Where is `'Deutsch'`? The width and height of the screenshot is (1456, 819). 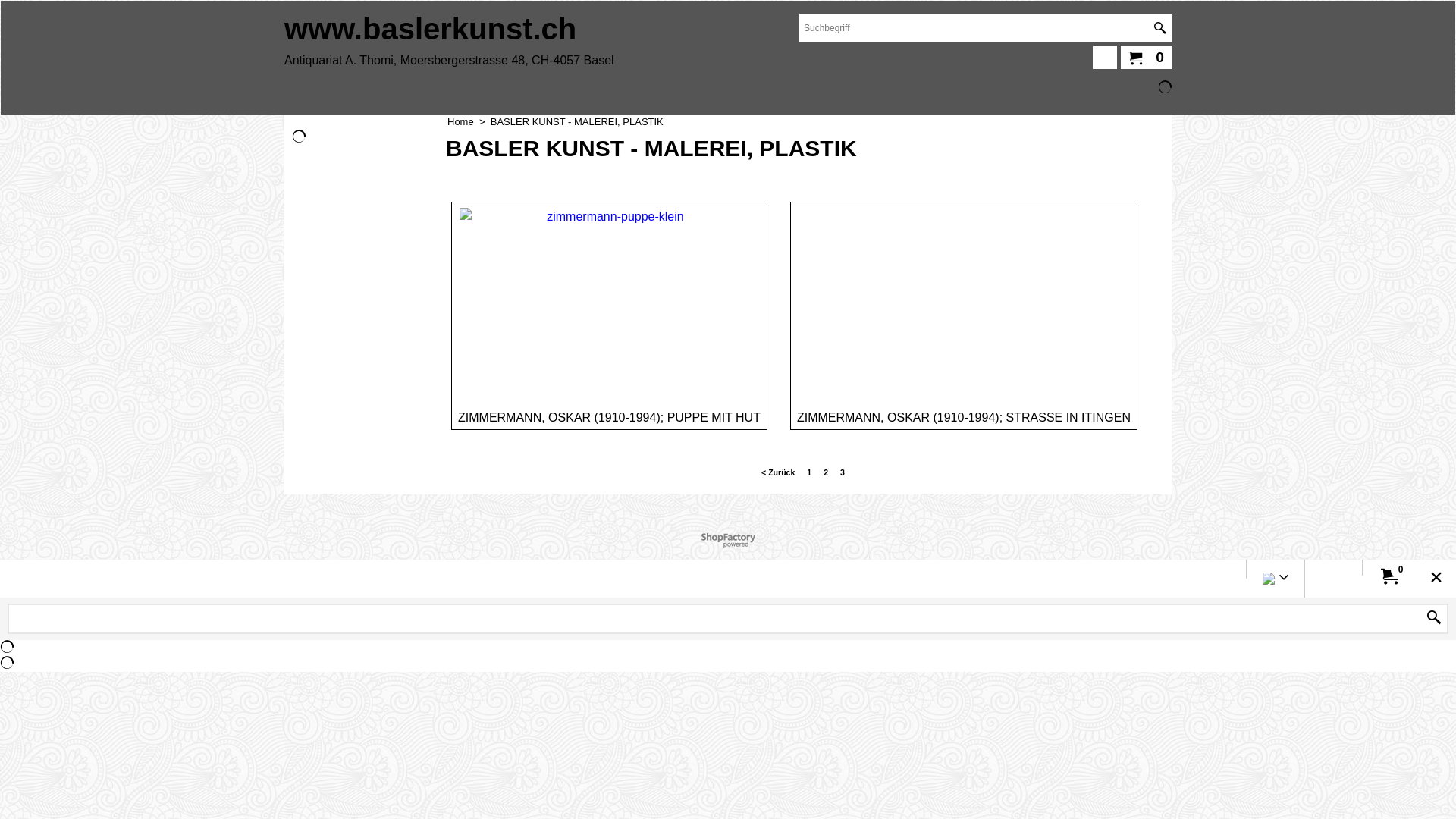 'Deutsch' is located at coordinates (1269, 580).